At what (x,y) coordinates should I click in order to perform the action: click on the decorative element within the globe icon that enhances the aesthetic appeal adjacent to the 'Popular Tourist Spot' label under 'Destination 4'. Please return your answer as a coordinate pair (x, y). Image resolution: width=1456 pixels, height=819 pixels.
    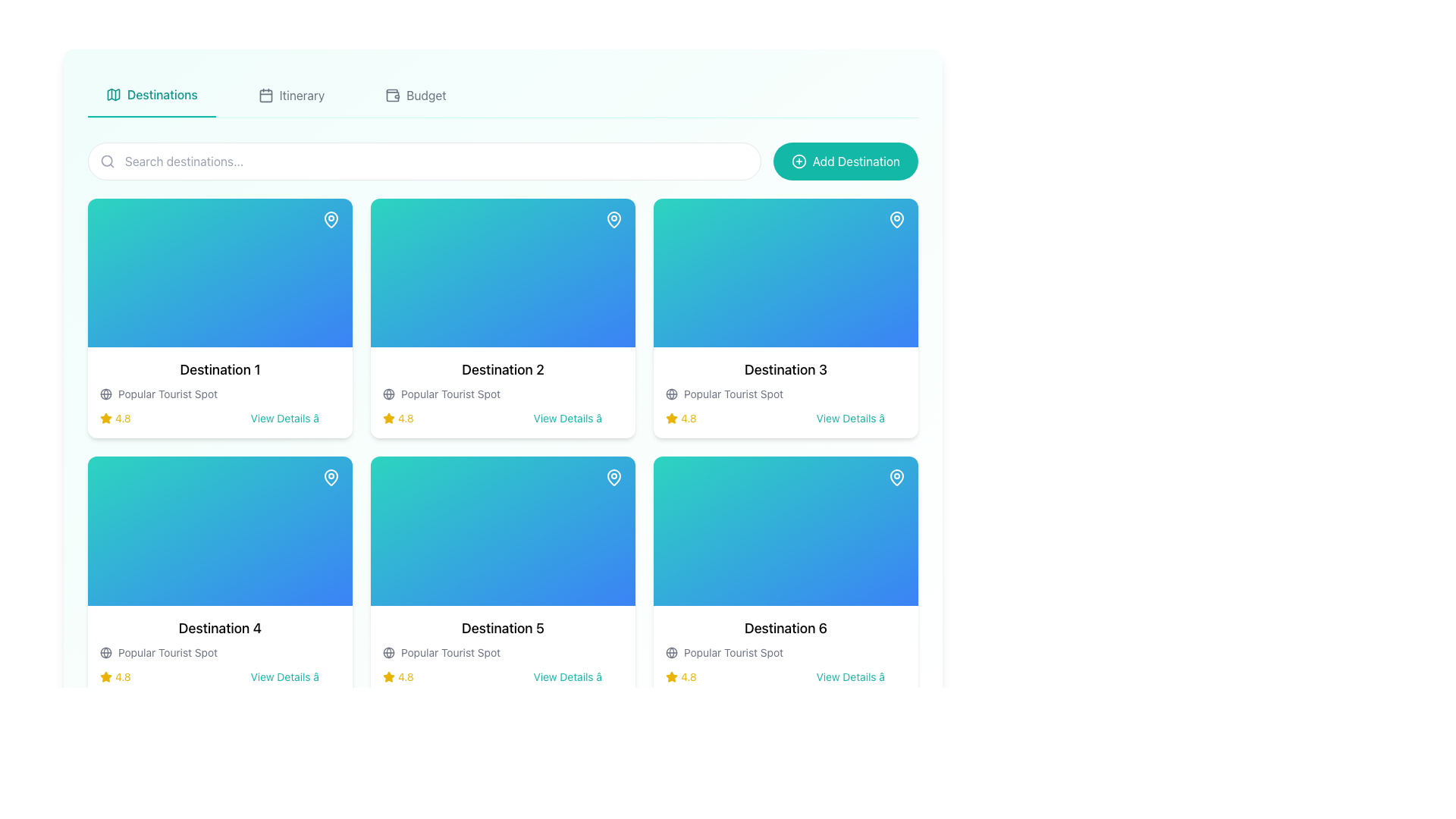
    Looking at the image, I should click on (105, 651).